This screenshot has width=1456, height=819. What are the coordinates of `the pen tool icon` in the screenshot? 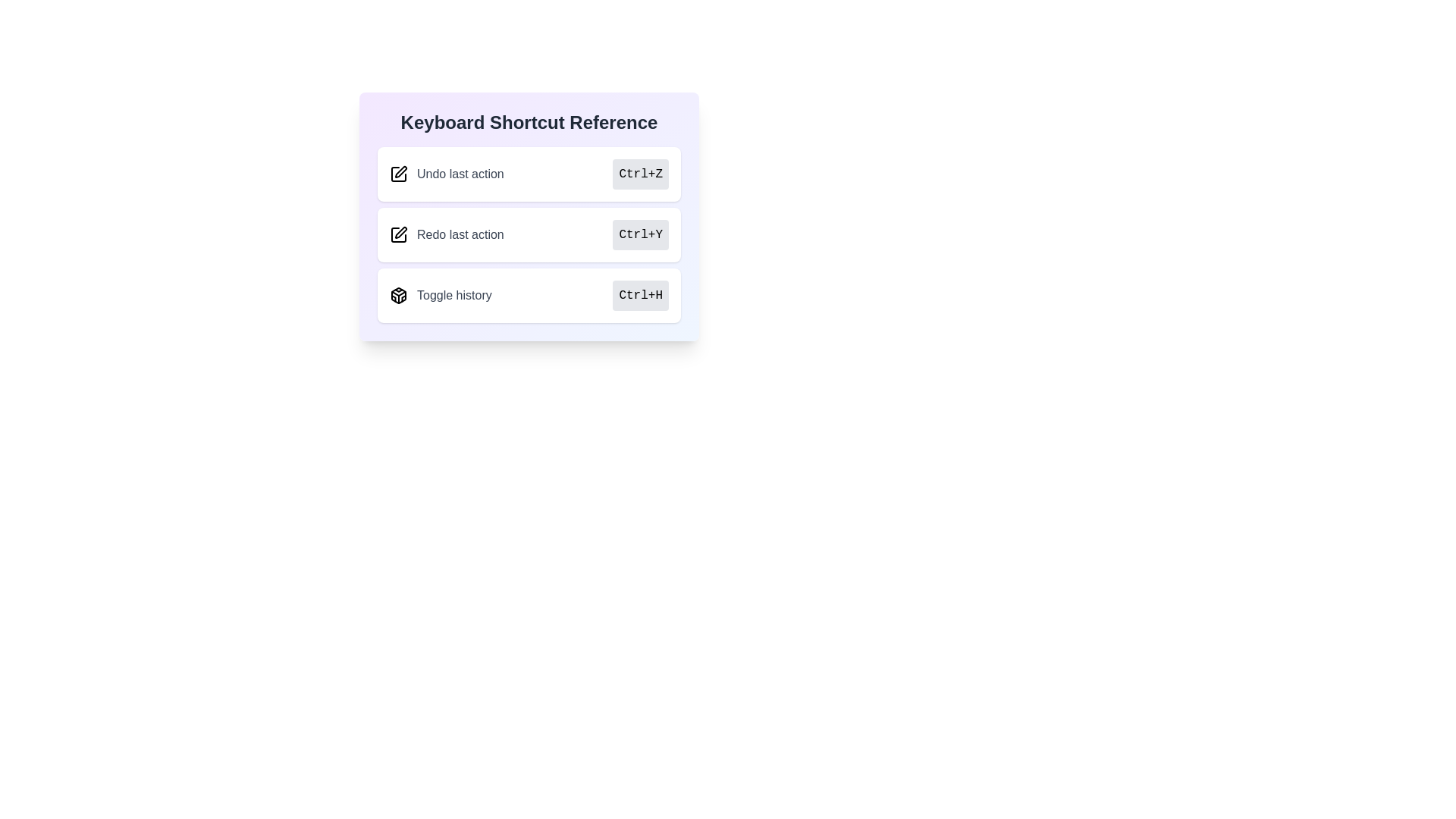 It's located at (400, 171).